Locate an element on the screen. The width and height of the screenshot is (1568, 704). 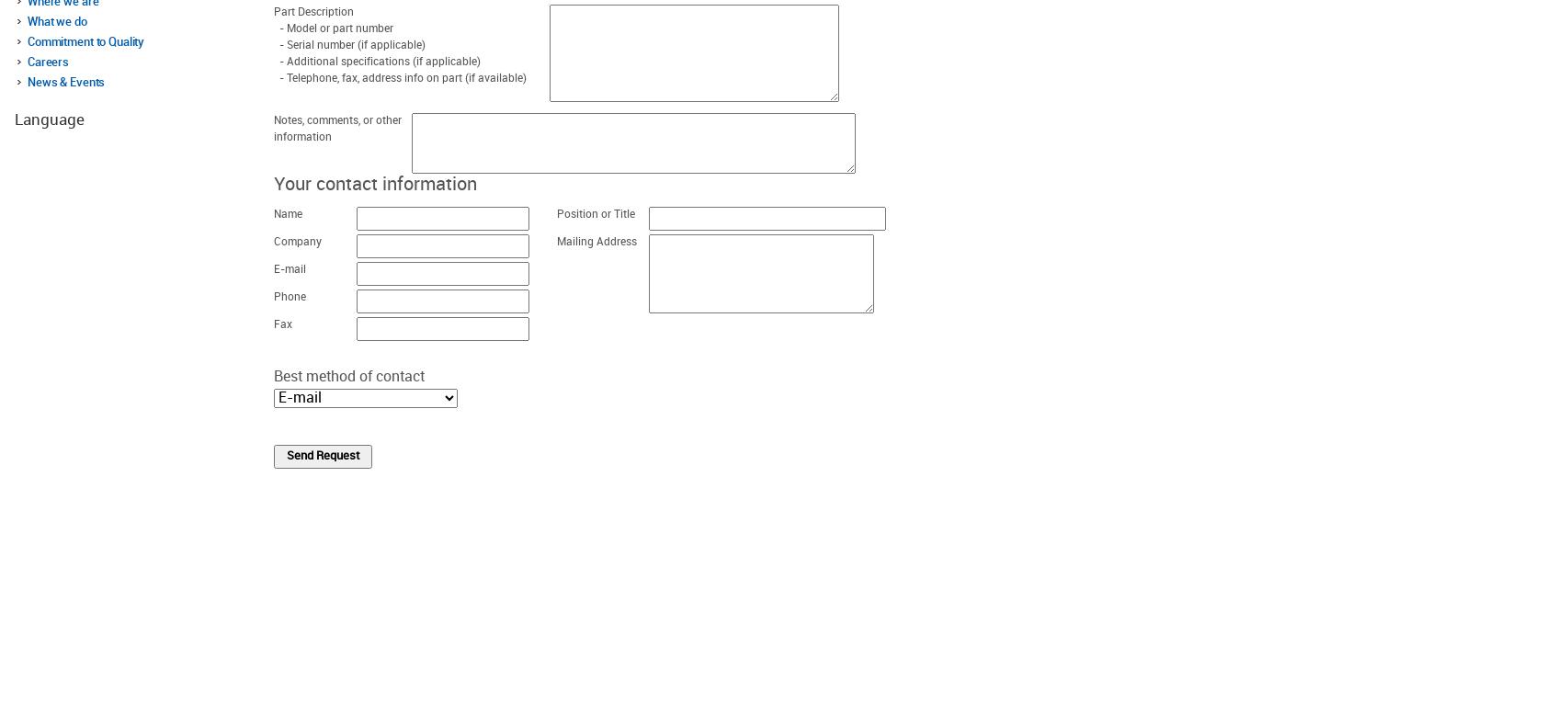
'Name' is located at coordinates (274, 213).